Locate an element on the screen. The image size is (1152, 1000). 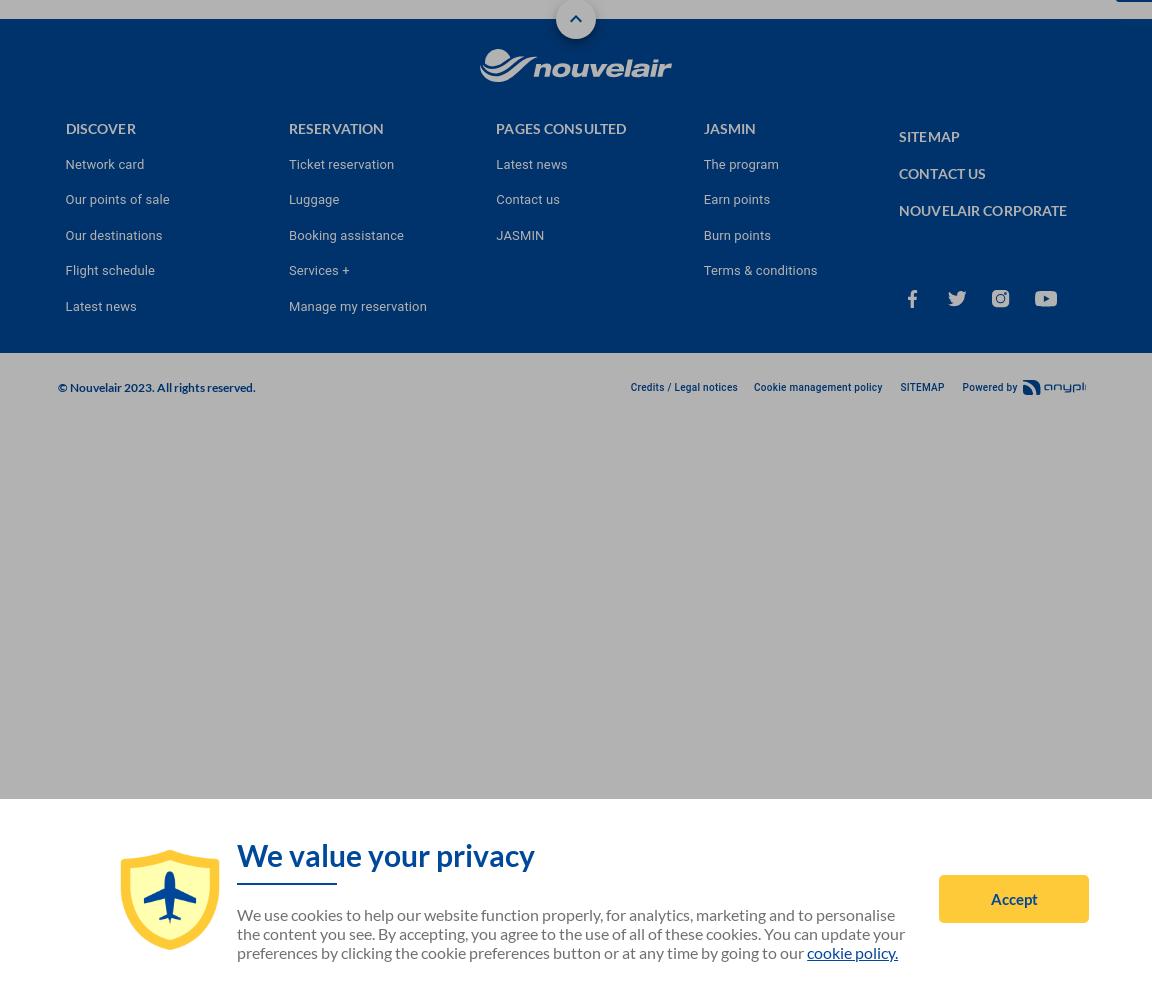
'NOUVELAIR CORPORATE' is located at coordinates (982, 208).